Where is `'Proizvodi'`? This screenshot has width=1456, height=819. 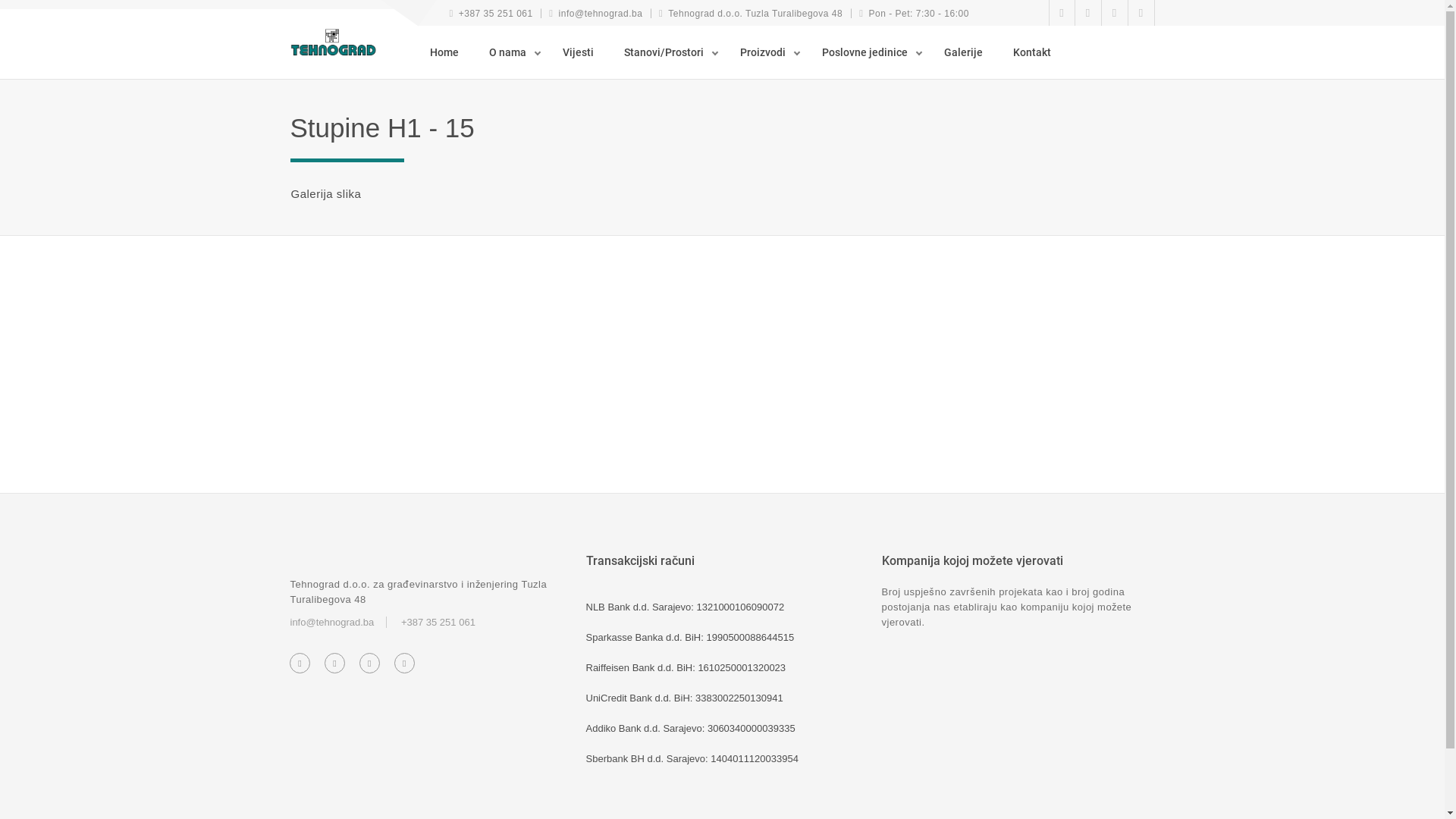 'Proizvodi' is located at coordinates (769, 52).